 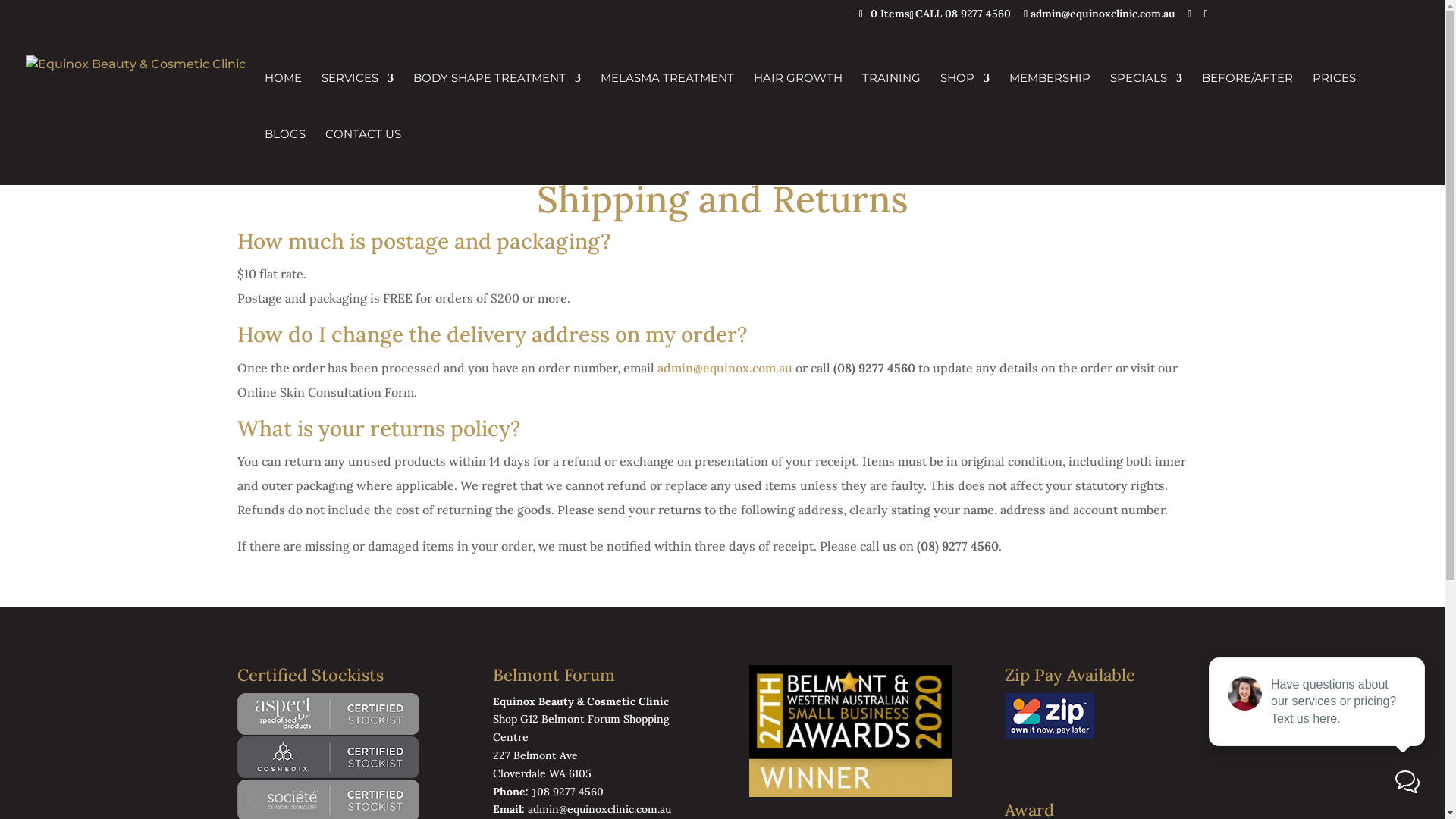 I want to click on '08 9277 4560', so click(x=531, y=791).